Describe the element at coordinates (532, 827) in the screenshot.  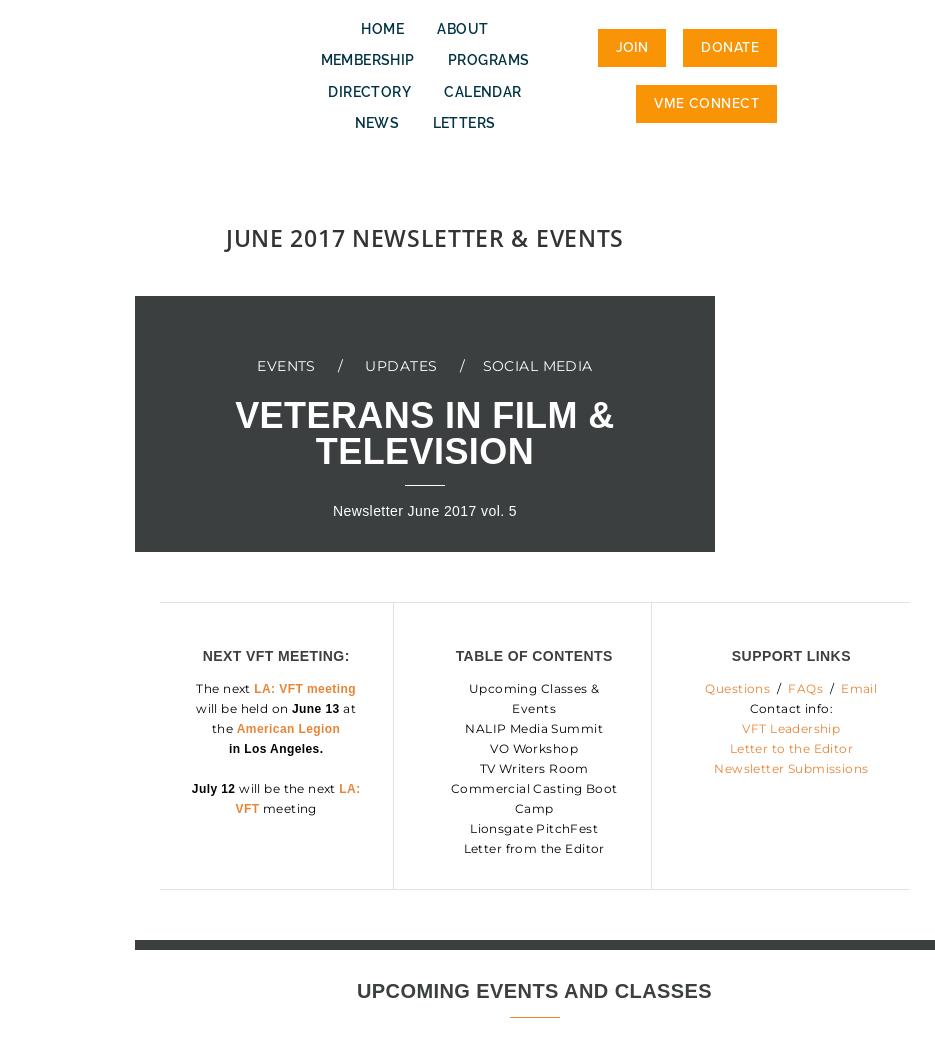
I see `'Lionsgate PitchFest'` at that location.